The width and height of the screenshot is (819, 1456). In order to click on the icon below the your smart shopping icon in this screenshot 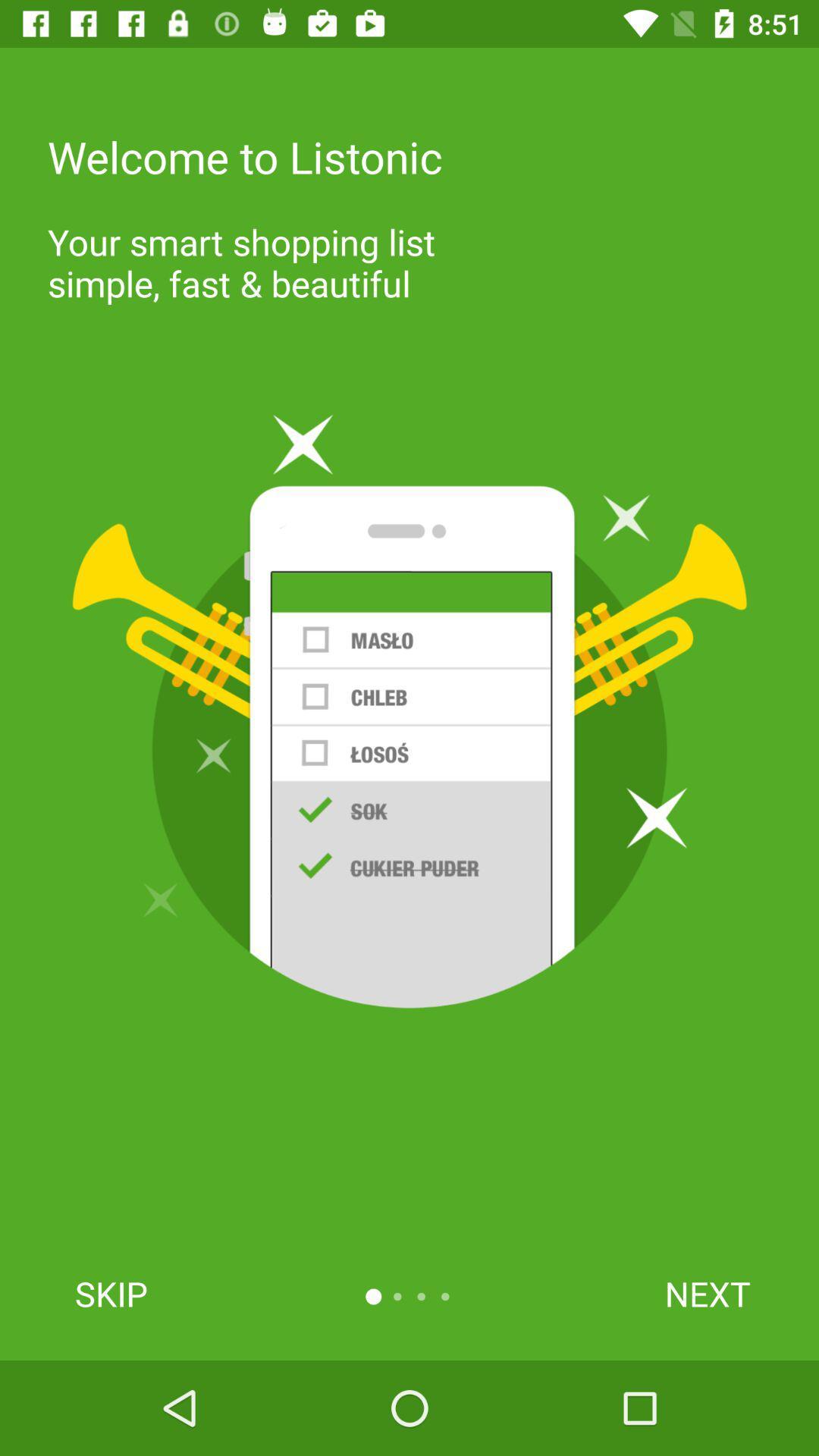, I will do `click(409, 711)`.